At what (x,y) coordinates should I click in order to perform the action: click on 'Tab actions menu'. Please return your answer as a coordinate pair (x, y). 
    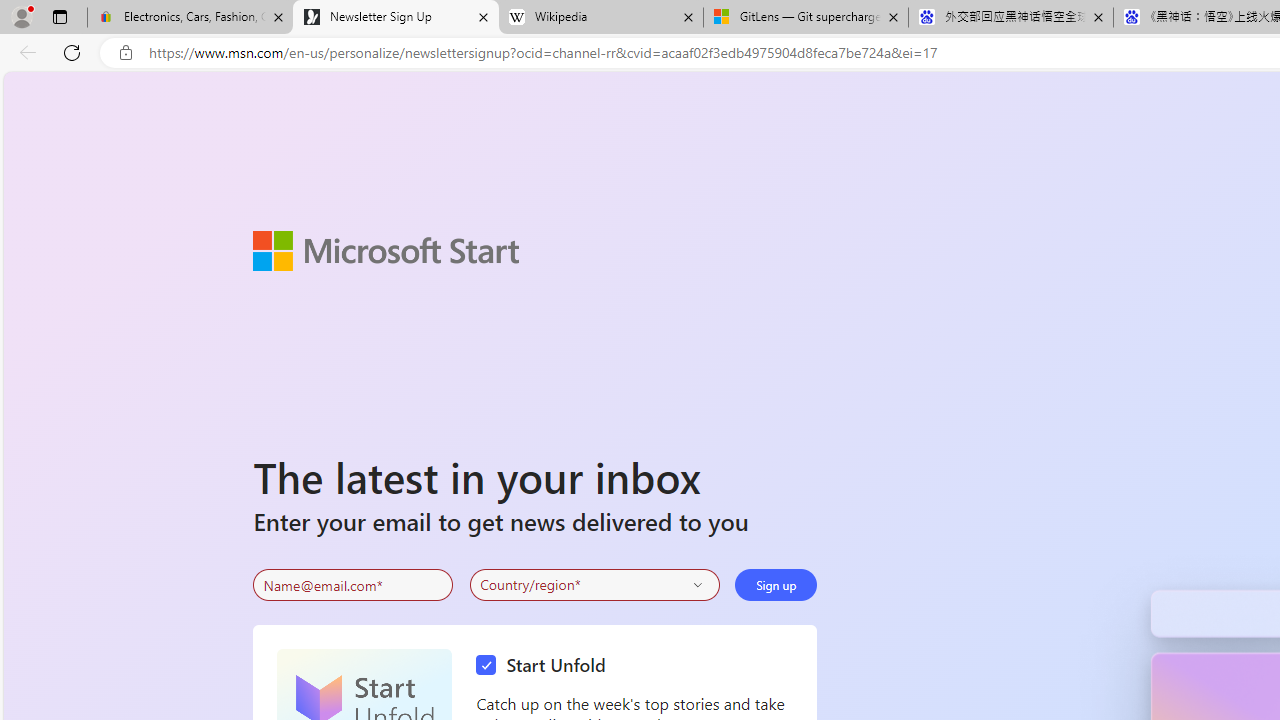
    Looking at the image, I should click on (59, 16).